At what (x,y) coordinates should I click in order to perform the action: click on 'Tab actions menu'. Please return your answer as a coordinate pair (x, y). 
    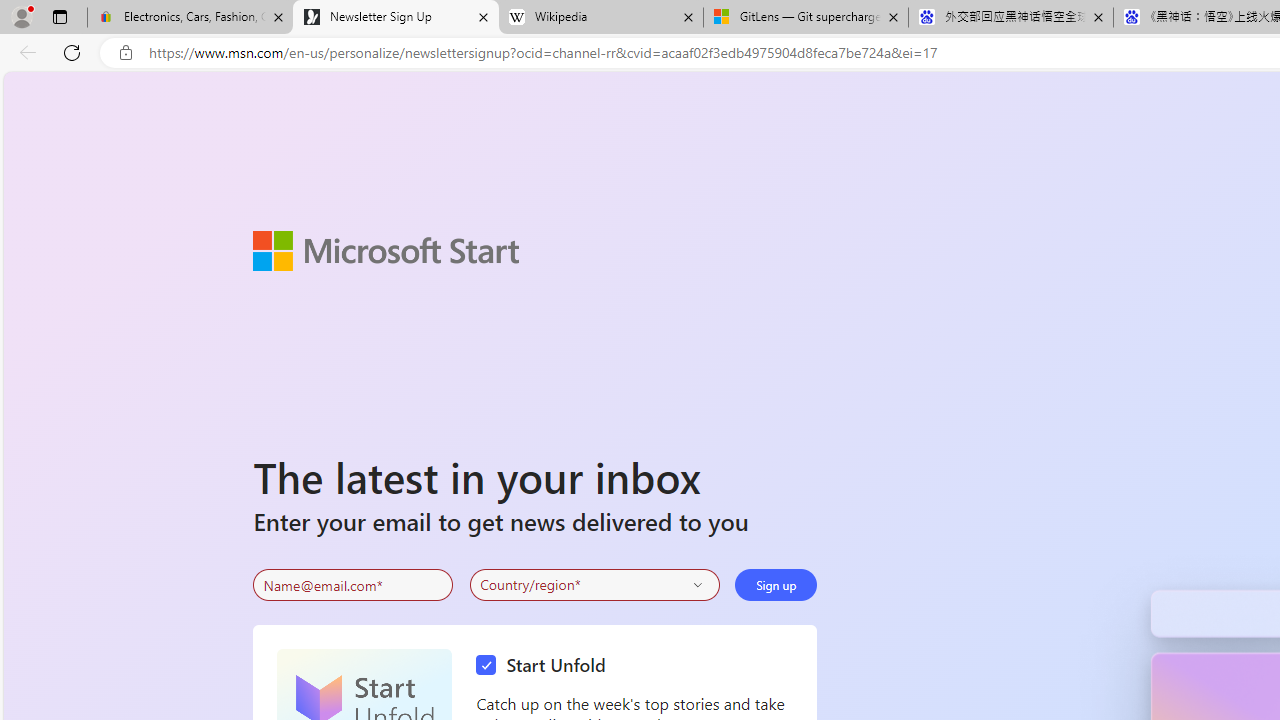
    Looking at the image, I should click on (59, 16).